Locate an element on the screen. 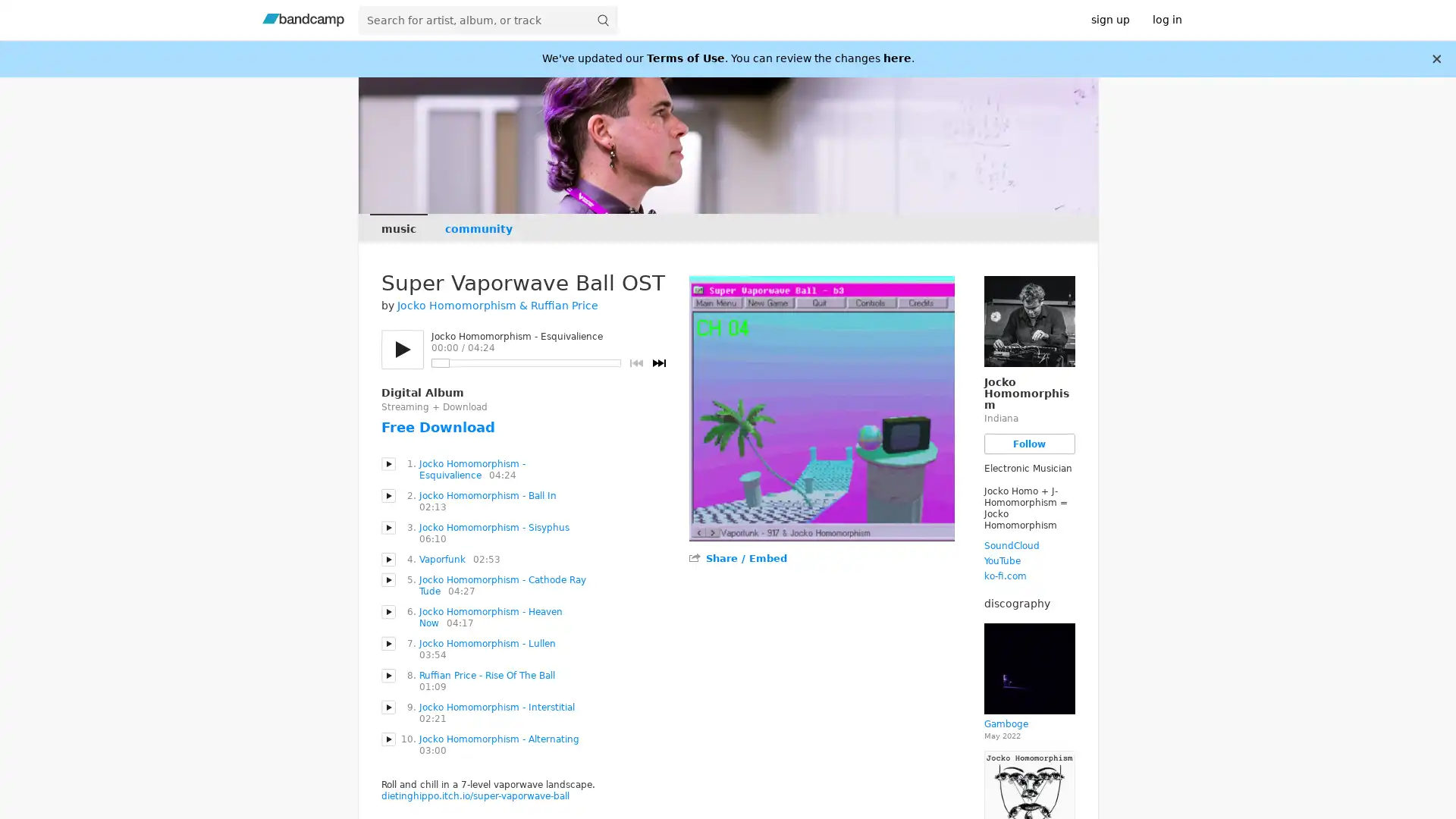 This screenshot has width=1456, height=819. Play Jocko Homomorphism - Esquivalience is located at coordinates (388, 463).